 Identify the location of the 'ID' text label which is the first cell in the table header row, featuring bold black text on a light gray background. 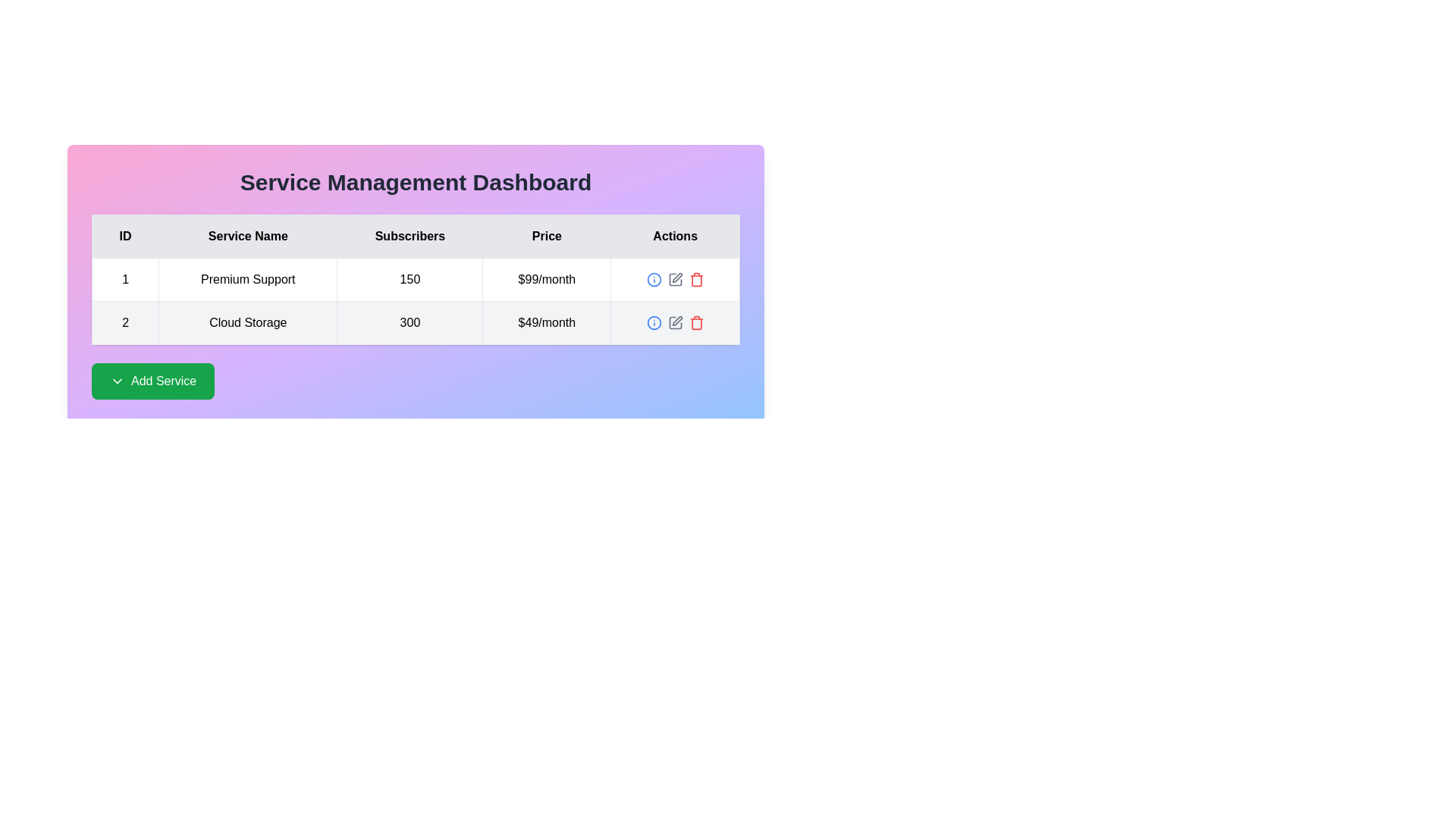
(125, 237).